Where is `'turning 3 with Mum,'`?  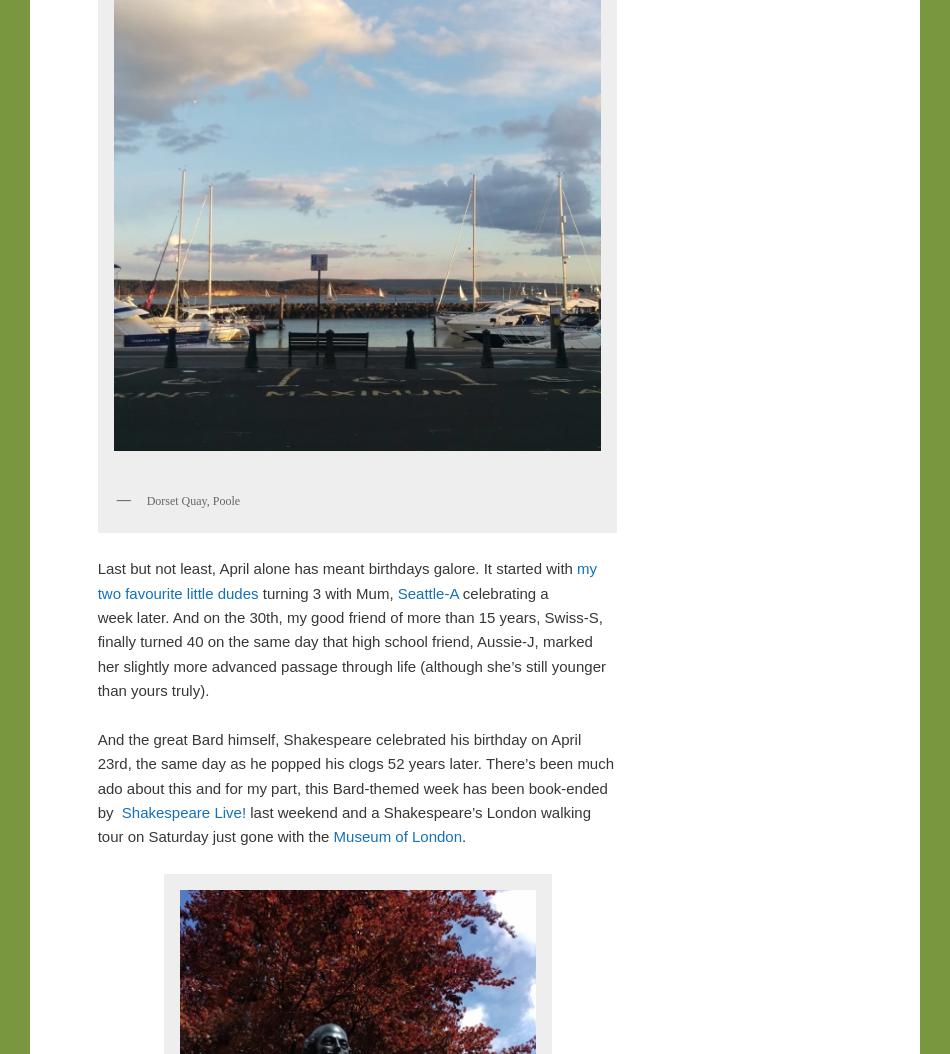
'turning 3 with Mum,' is located at coordinates (326, 591).